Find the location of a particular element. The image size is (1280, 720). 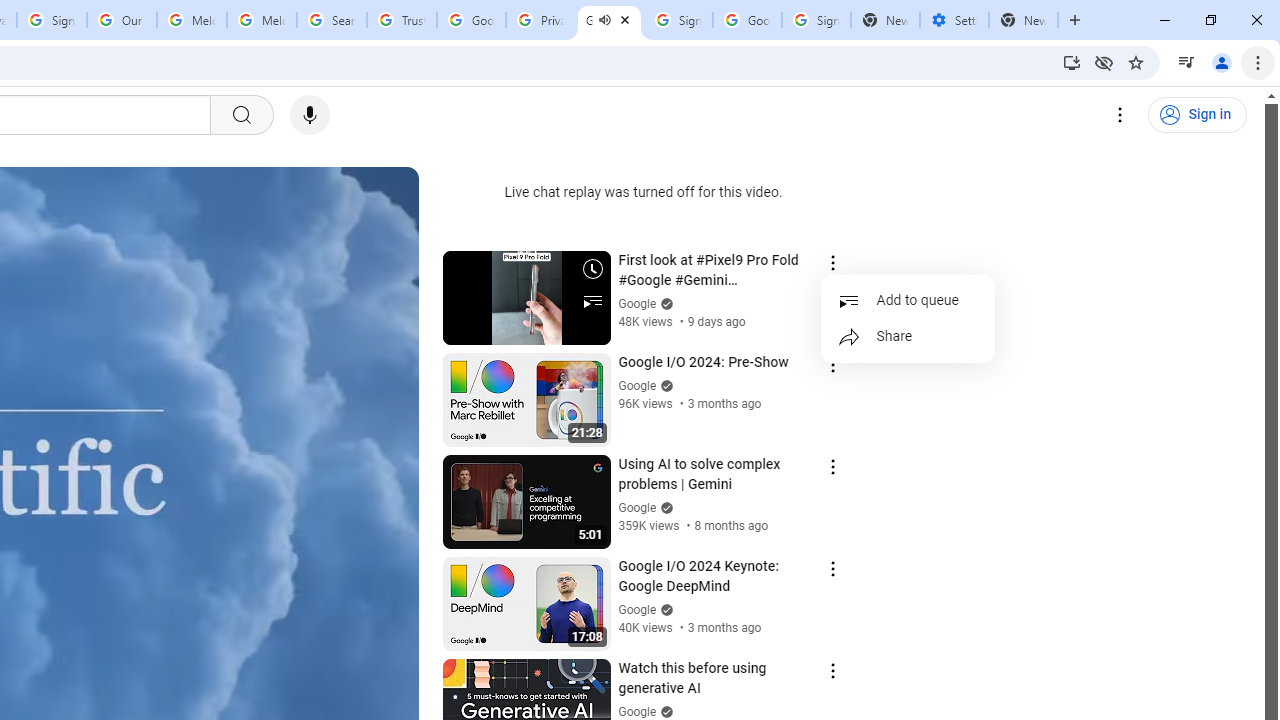

'Verified' is located at coordinates (664, 710).